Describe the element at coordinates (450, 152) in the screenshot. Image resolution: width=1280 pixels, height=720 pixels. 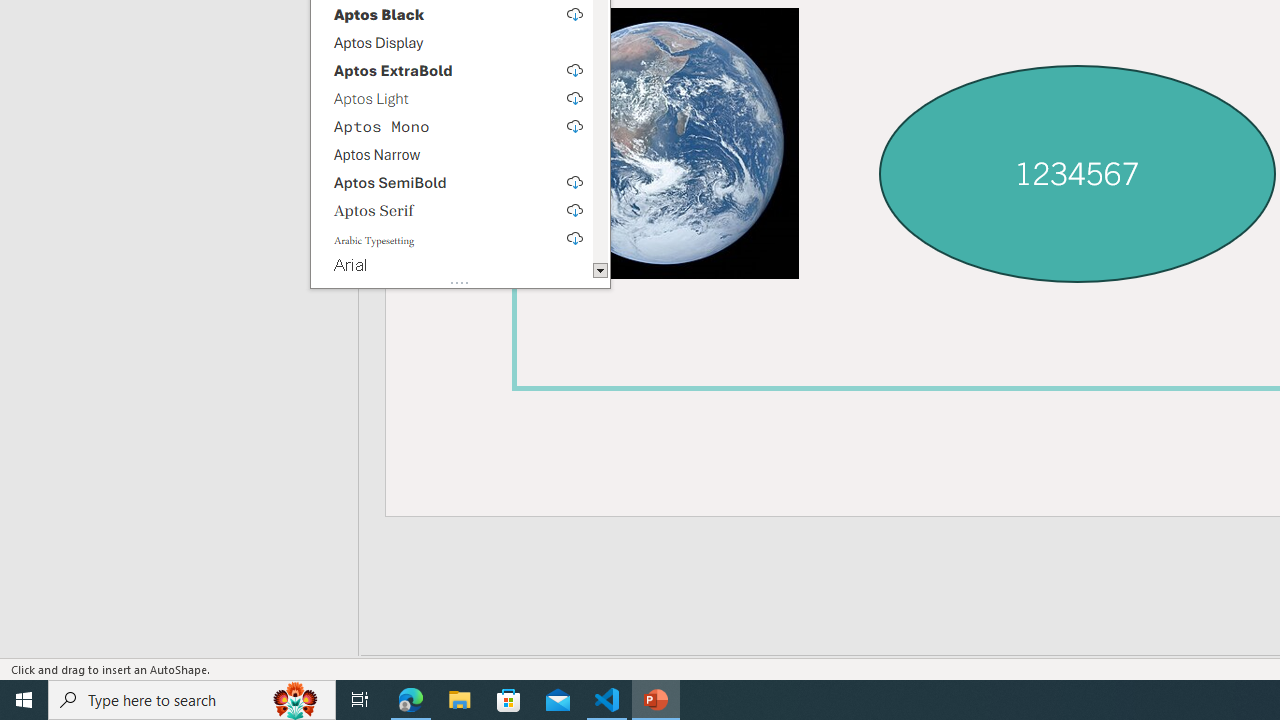
I see `'Aptos Narrow'` at that location.